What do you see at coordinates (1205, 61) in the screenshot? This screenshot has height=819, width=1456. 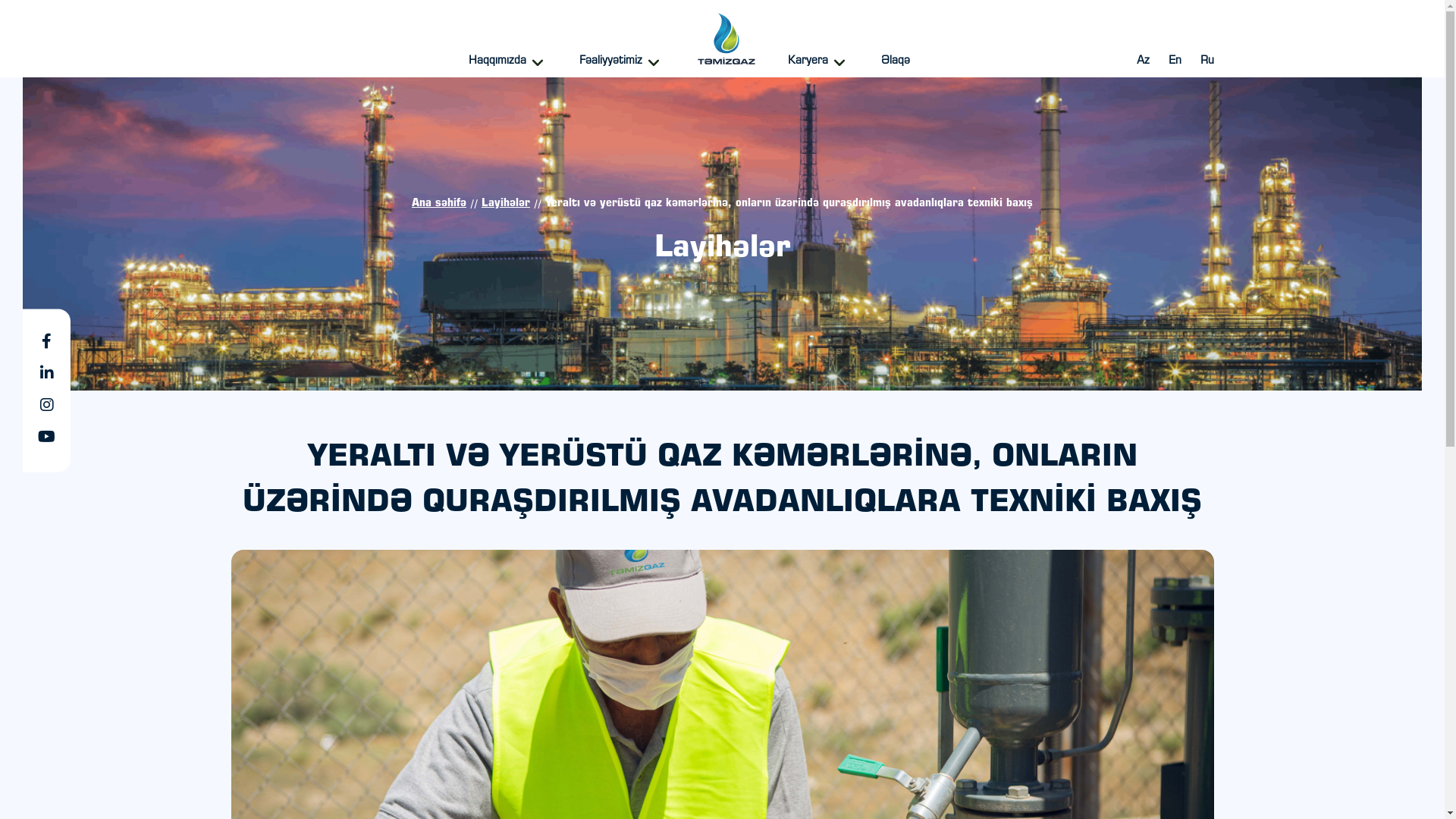 I see `'Ru'` at bounding box center [1205, 61].